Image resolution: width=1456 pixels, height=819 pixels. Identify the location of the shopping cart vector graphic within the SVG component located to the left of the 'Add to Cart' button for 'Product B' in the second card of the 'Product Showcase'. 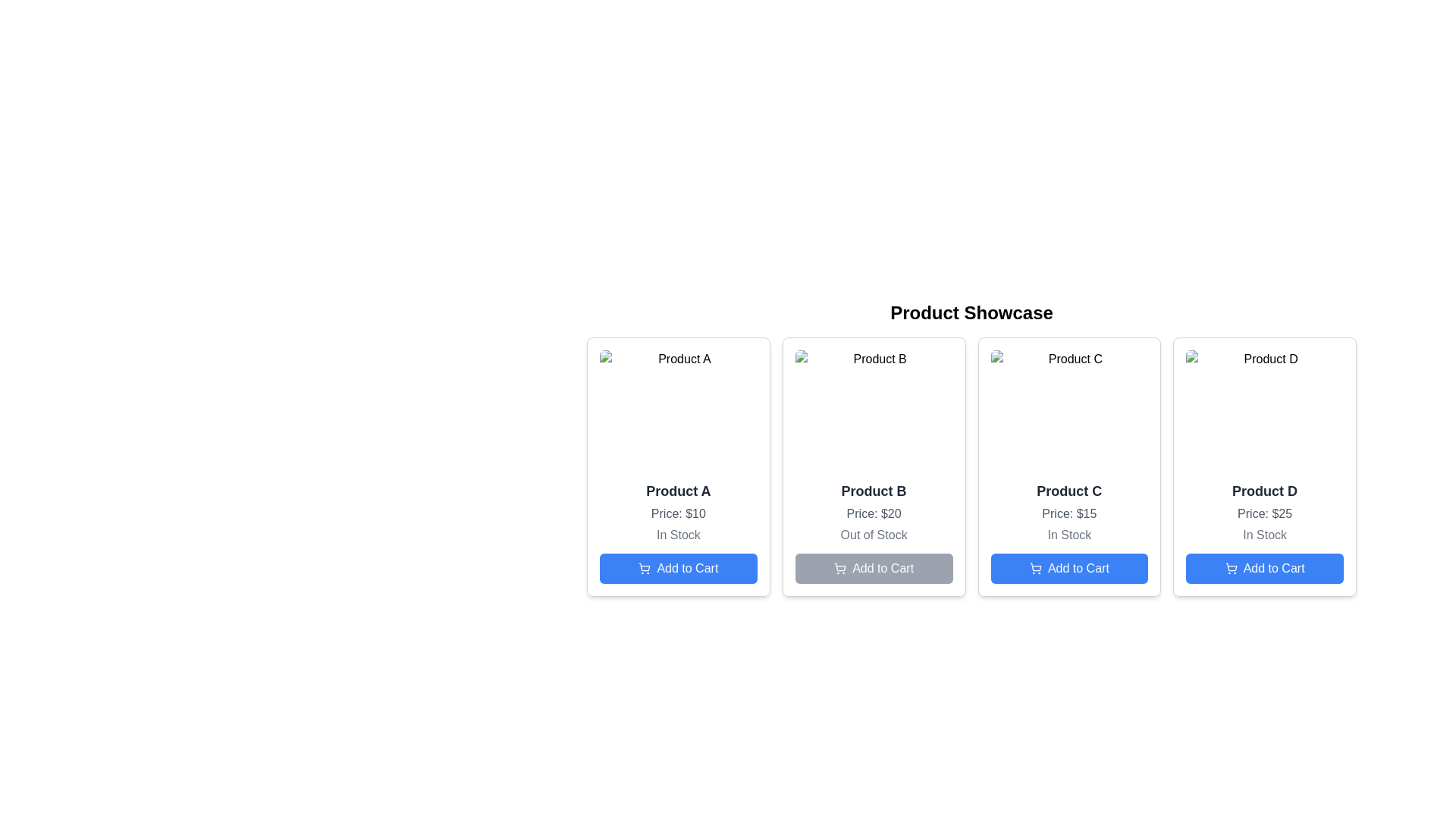
(839, 567).